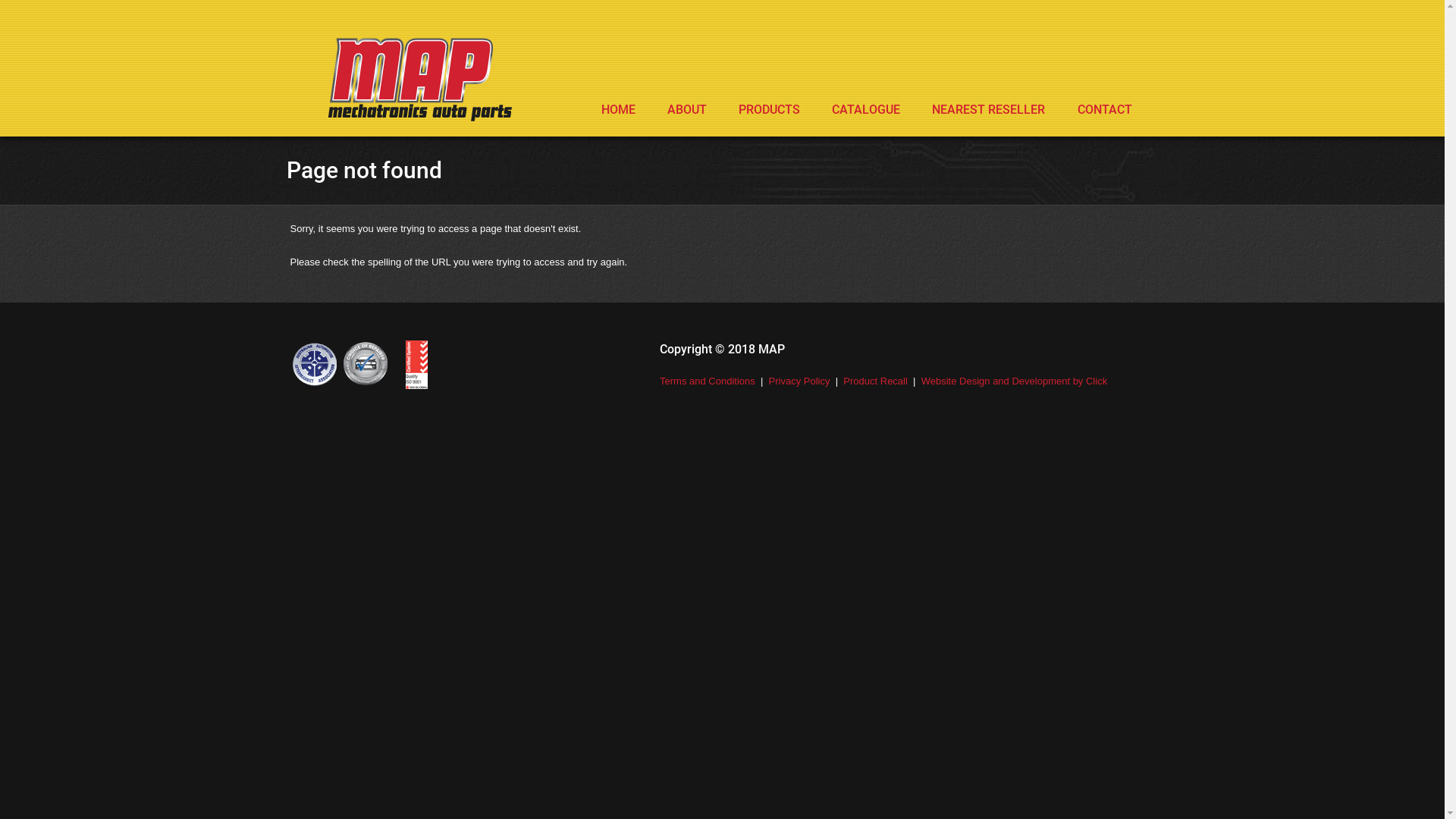 Image resolution: width=1456 pixels, height=819 pixels. I want to click on 'Product Recall', so click(875, 380).